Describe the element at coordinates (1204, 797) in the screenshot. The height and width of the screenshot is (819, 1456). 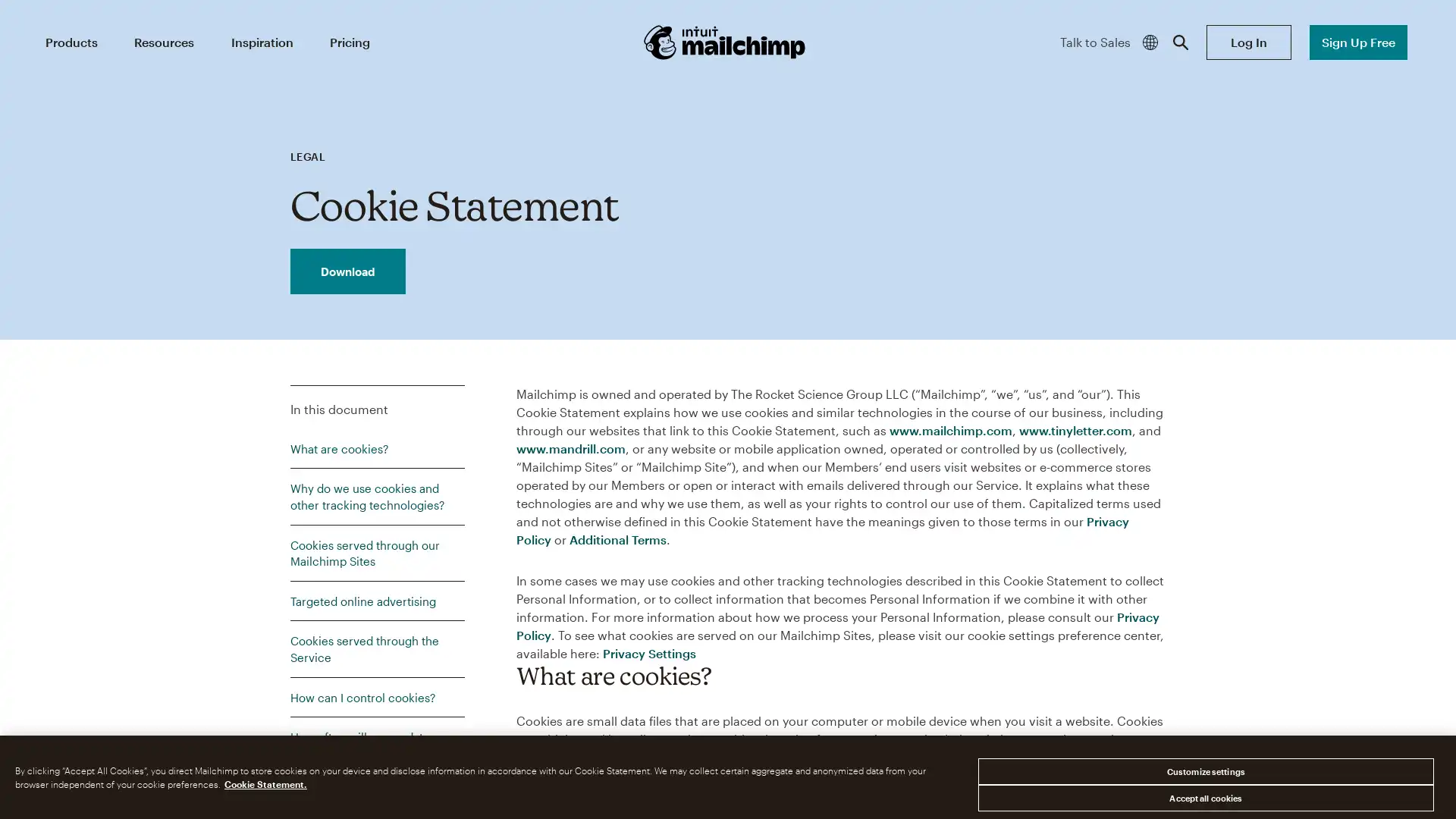
I see `Accept all cookies` at that location.